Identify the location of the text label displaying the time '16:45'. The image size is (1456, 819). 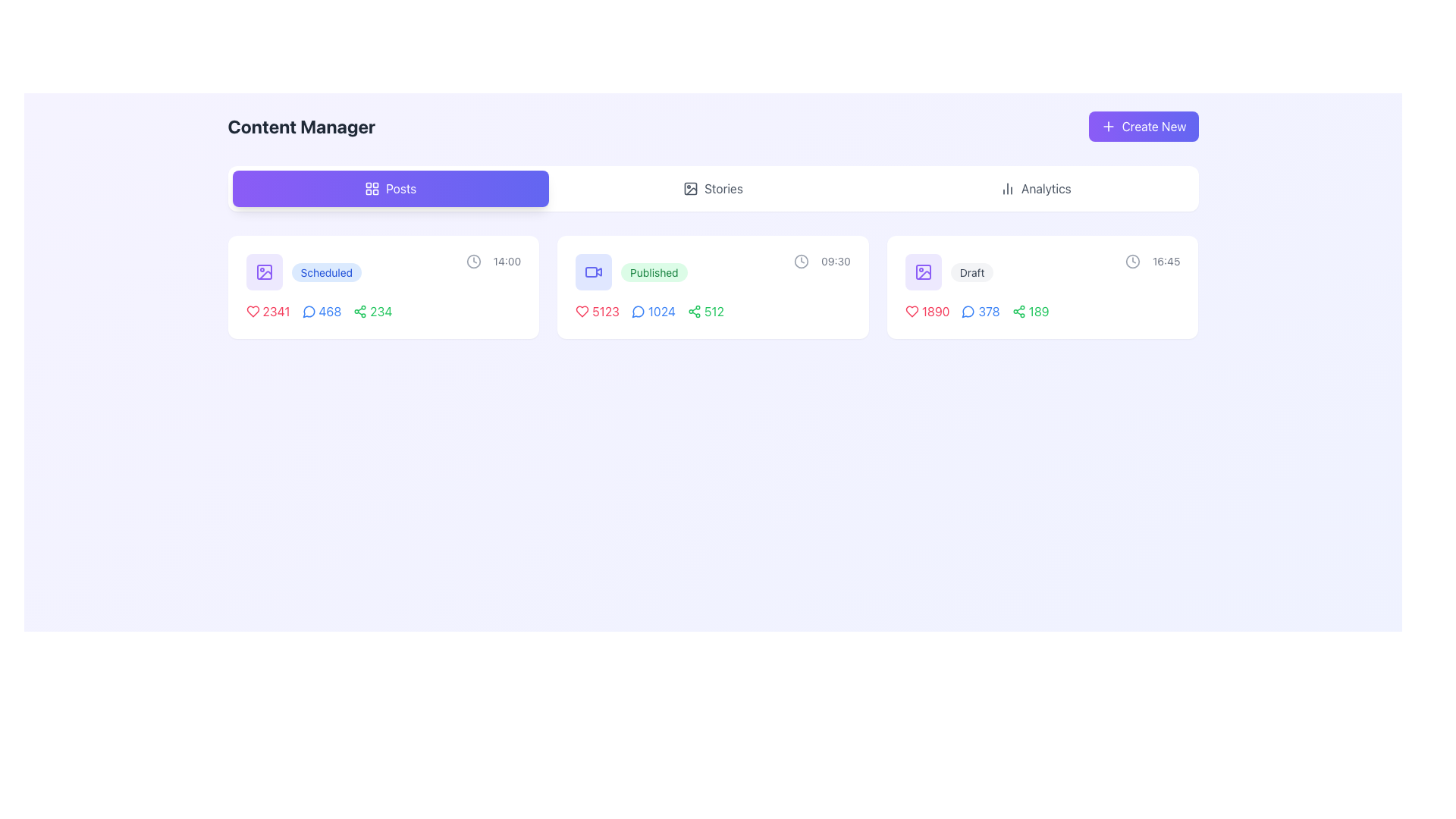
(1166, 260).